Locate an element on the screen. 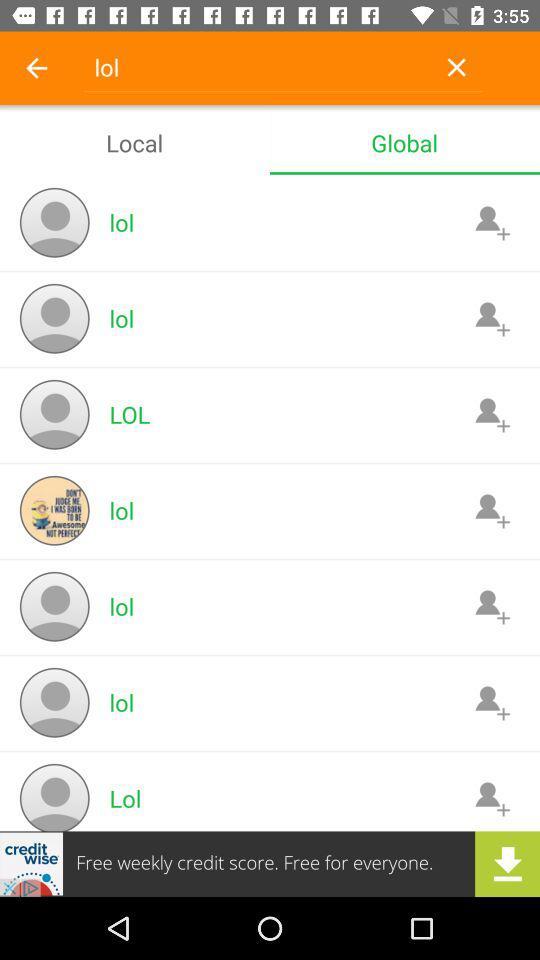  contact is located at coordinates (491, 318).